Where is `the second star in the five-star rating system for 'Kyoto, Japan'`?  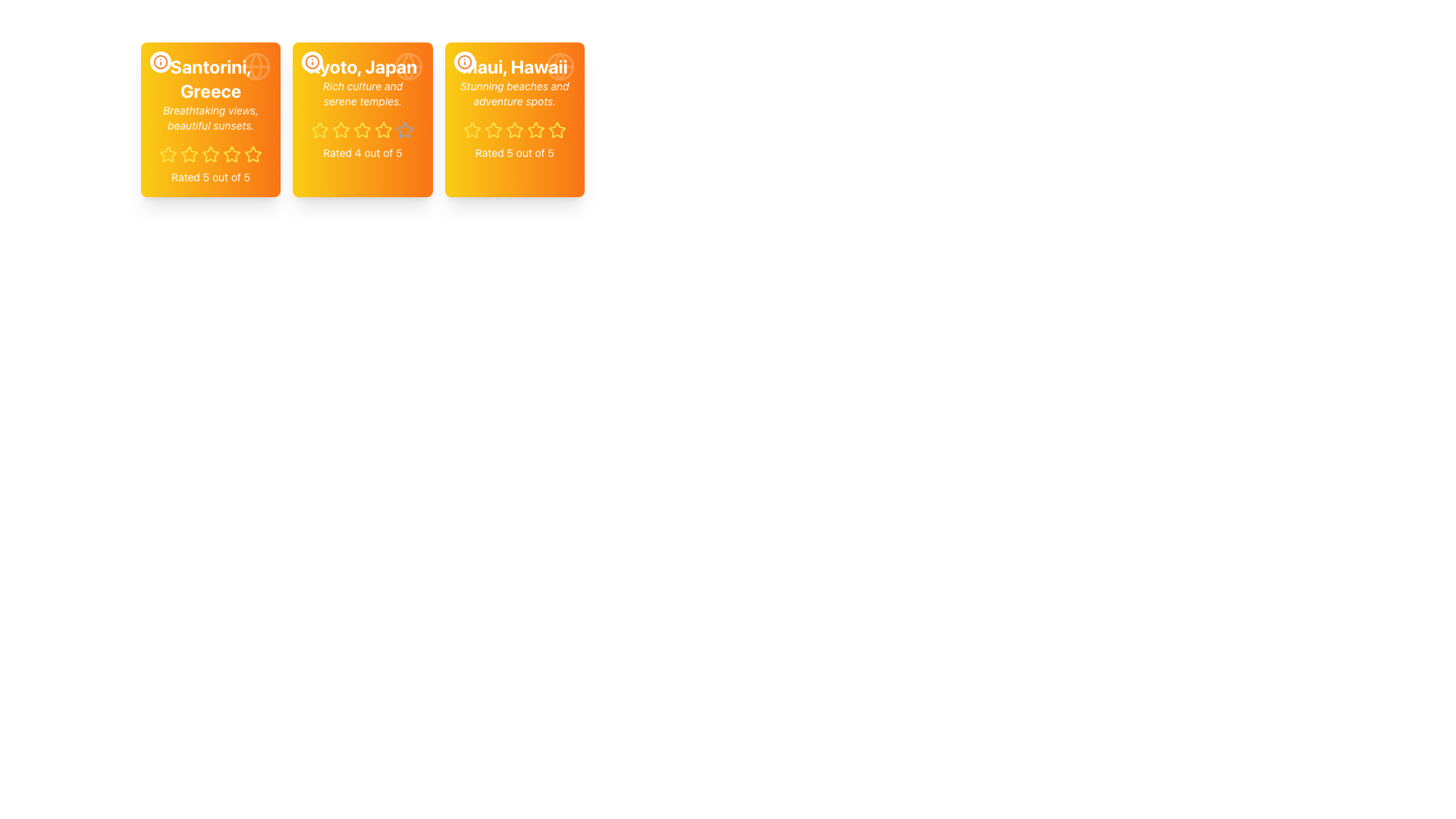 the second star in the five-star rating system for 'Kyoto, Japan' is located at coordinates (362, 129).